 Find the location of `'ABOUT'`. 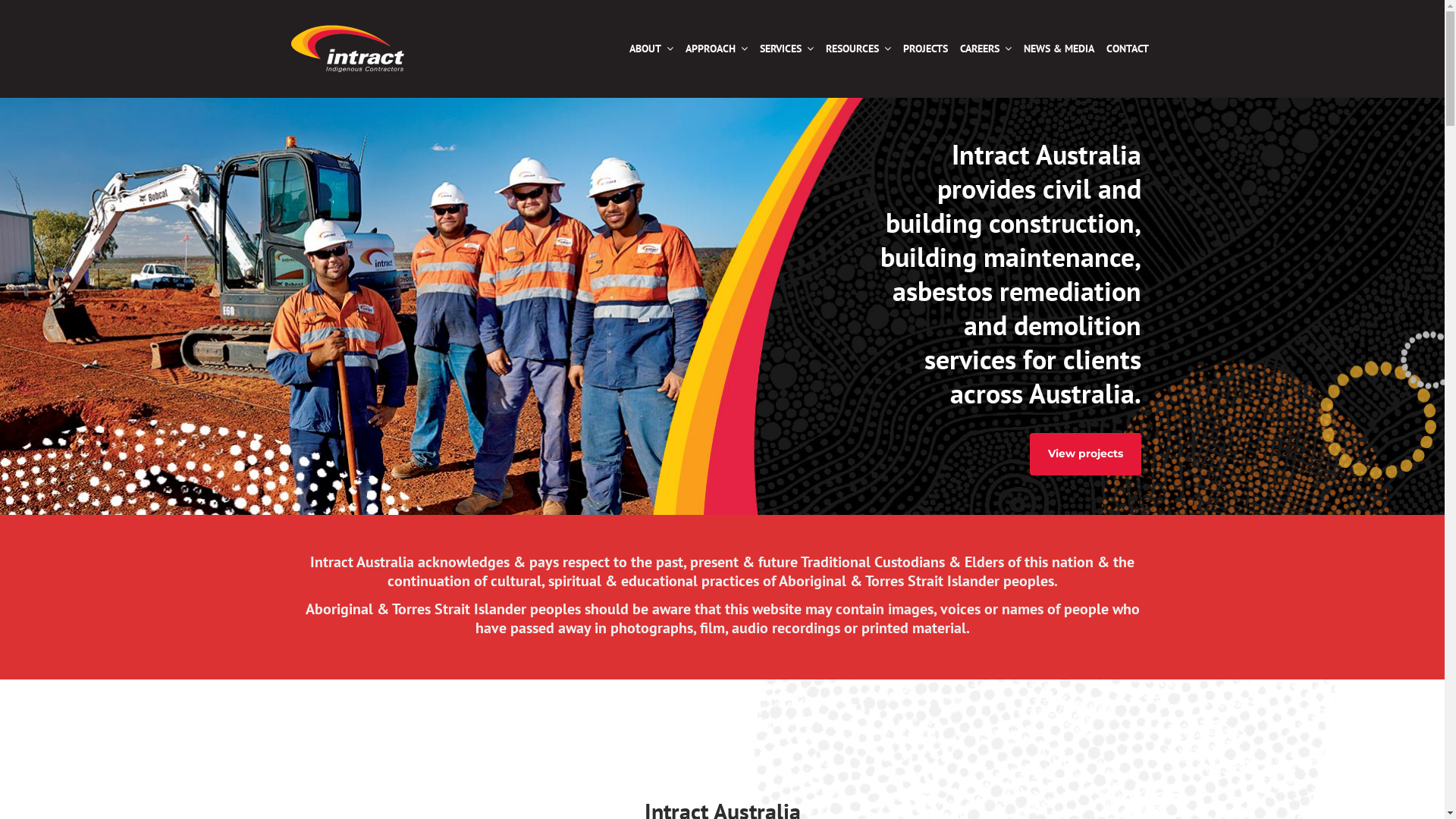

'ABOUT' is located at coordinates (651, 48).